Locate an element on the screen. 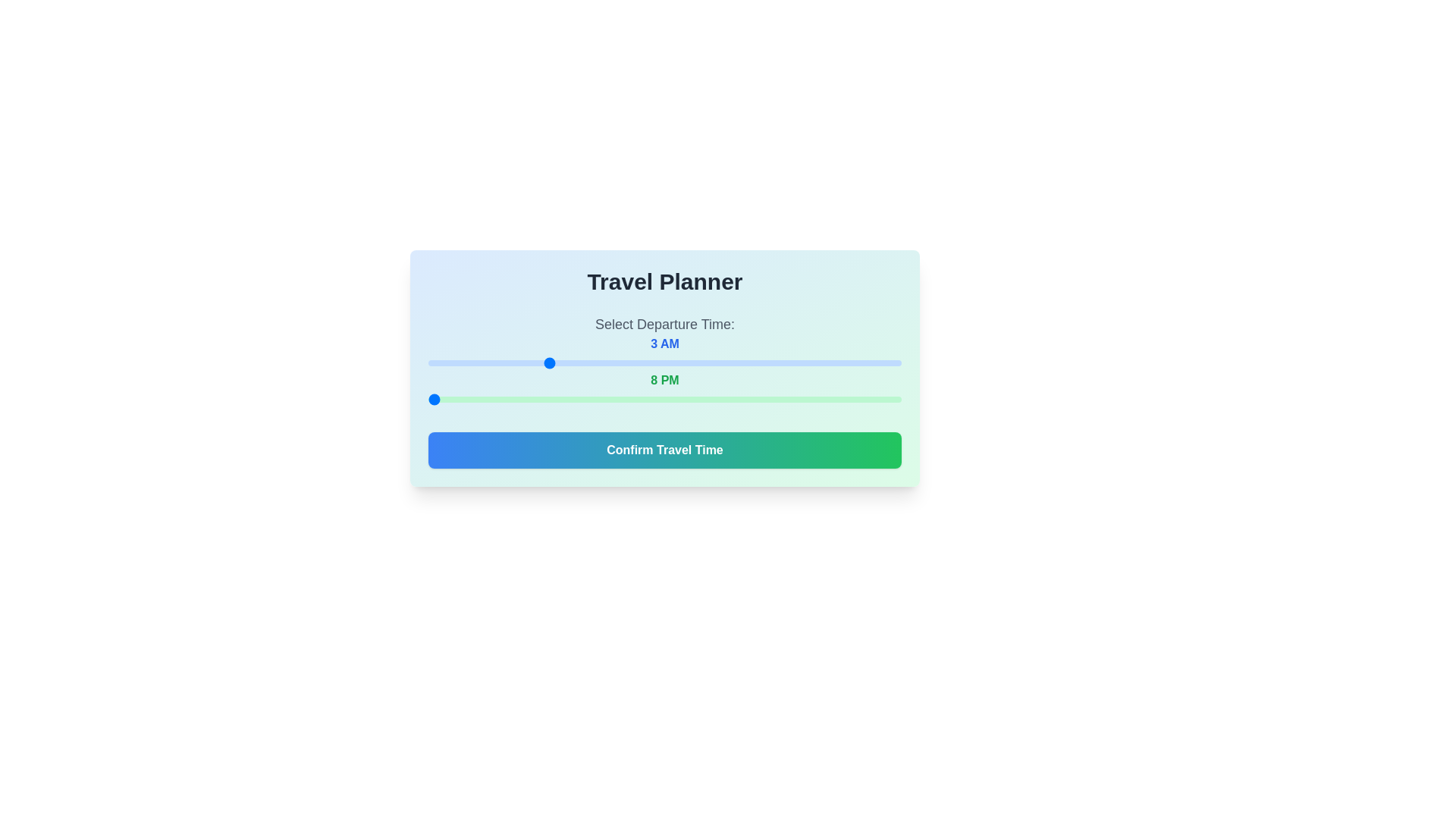 The width and height of the screenshot is (1456, 819). the static text label displaying '8 PM' in bold green color, located to the right of the horizontal green slider in the 'Select Departure Time' section is located at coordinates (665, 379).